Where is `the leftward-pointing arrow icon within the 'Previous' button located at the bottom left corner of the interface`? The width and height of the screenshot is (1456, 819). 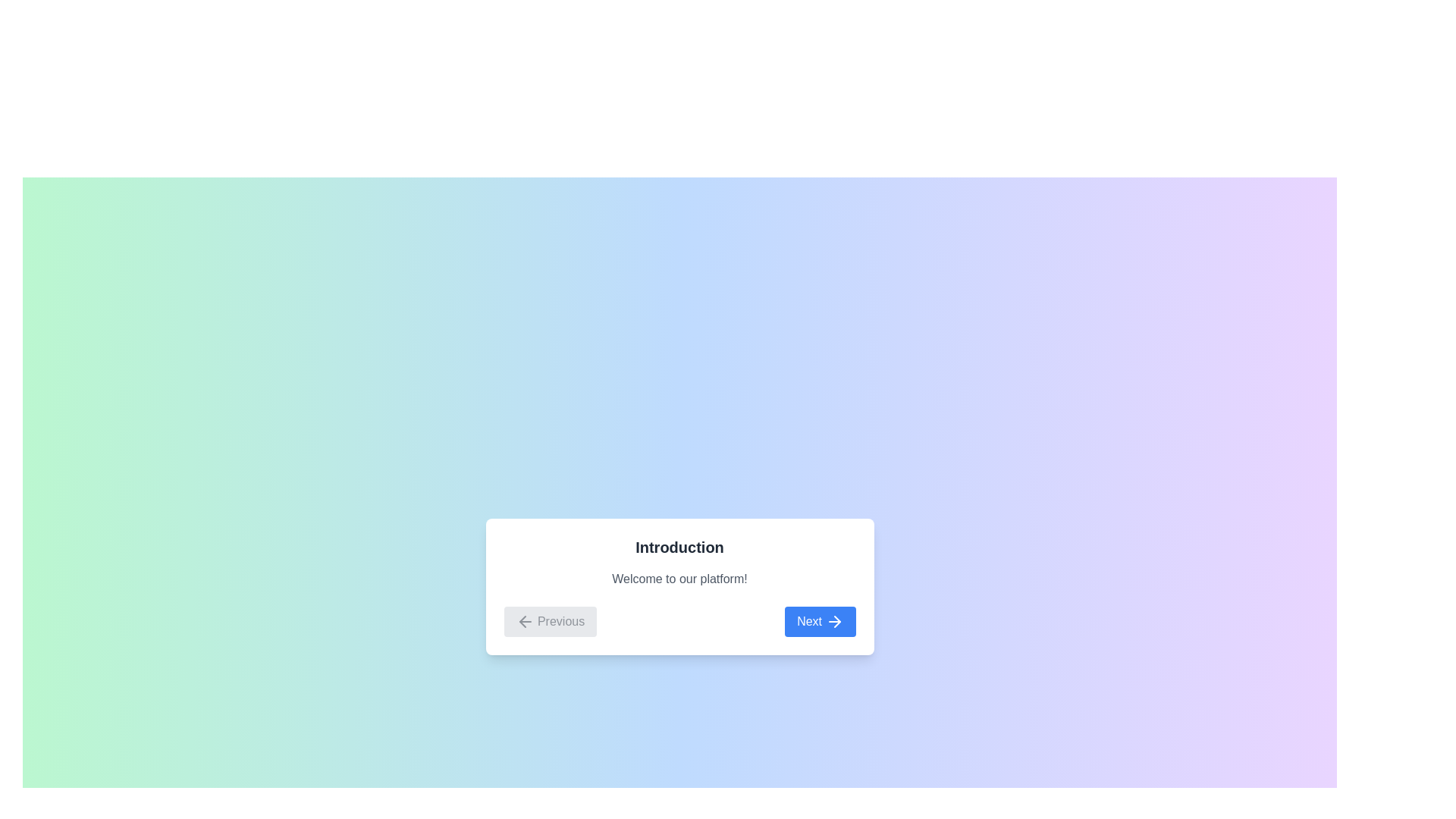
the leftward-pointing arrow icon within the 'Previous' button located at the bottom left corner of the interface is located at coordinates (525, 622).